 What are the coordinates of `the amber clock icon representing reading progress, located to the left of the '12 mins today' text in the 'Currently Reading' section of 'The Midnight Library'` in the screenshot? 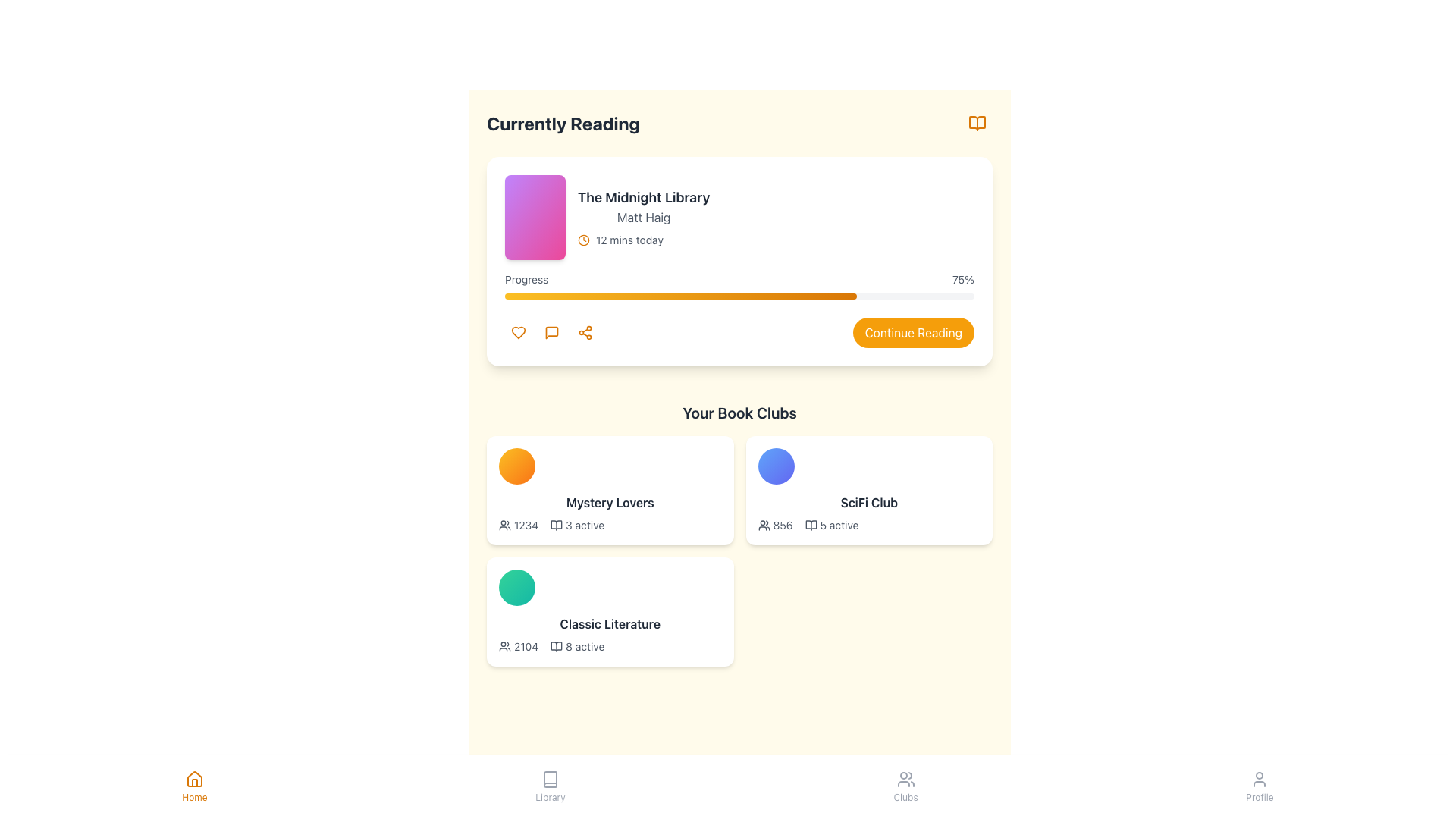 It's located at (582, 239).